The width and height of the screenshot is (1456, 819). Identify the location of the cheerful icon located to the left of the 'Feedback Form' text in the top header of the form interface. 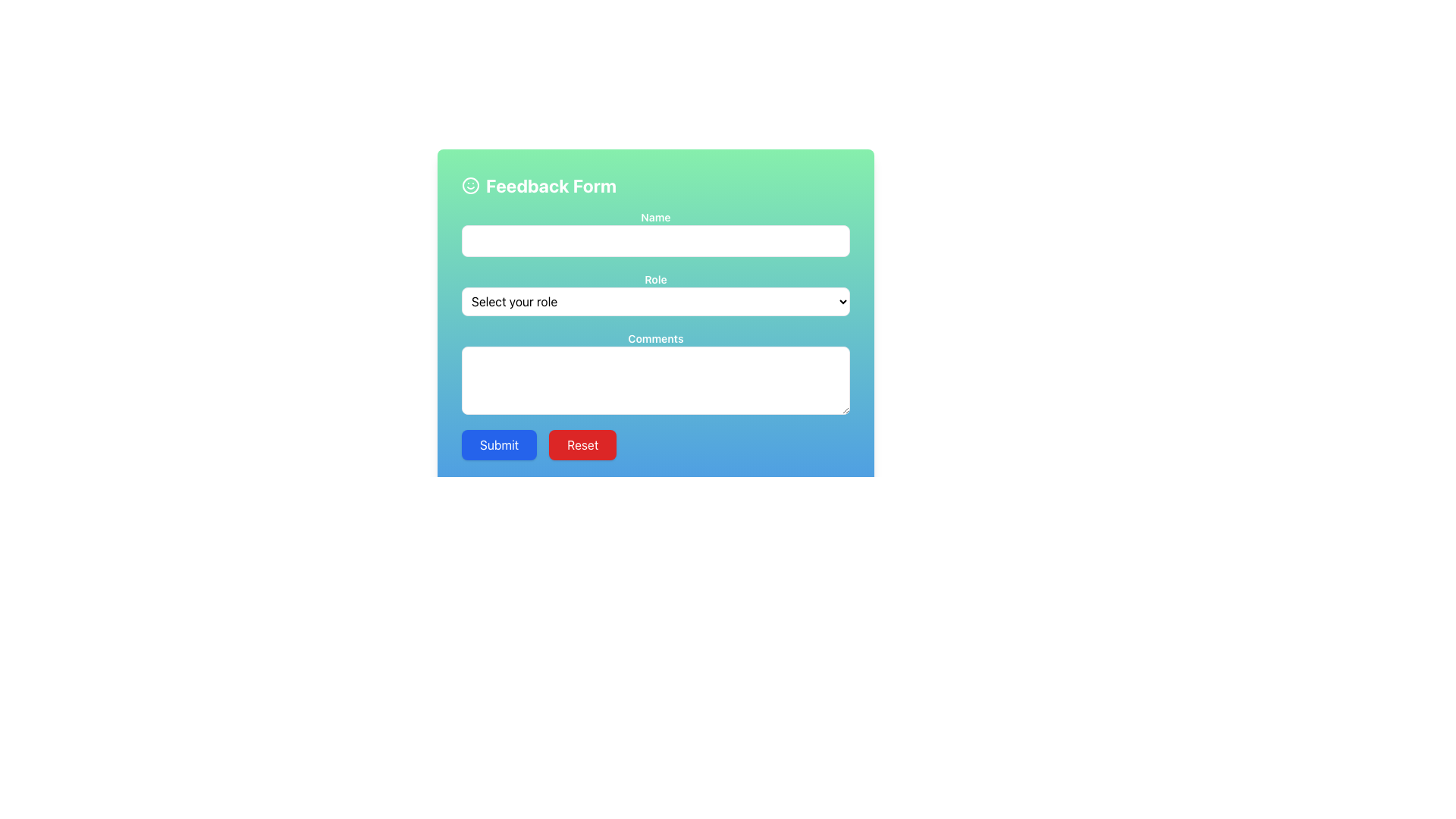
(469, 185).